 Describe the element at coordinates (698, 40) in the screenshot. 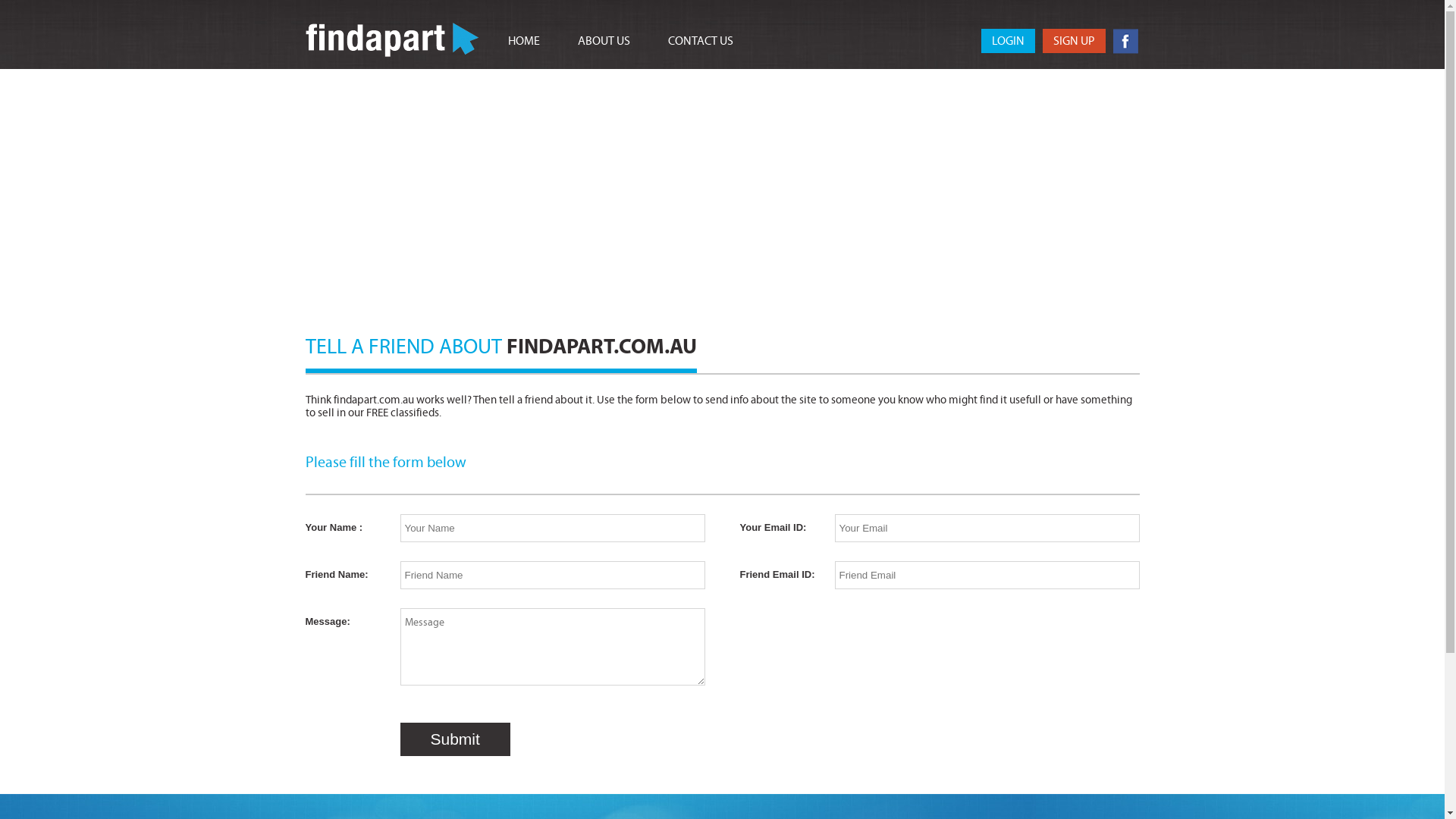

I see `'CONTACT US'` at that location.